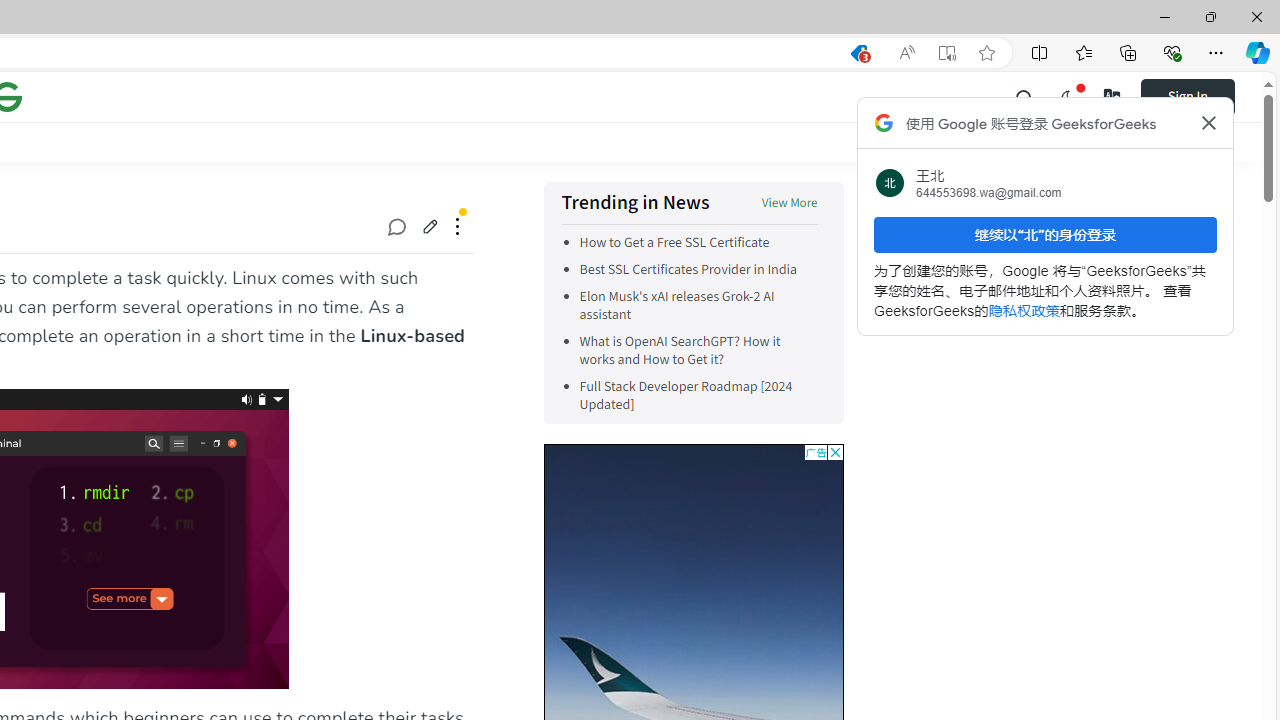 The image size is (1280, 720). Describe the element at coordinates (676, 306) in the screenshot. I see `'Elon Musk'` at that location.